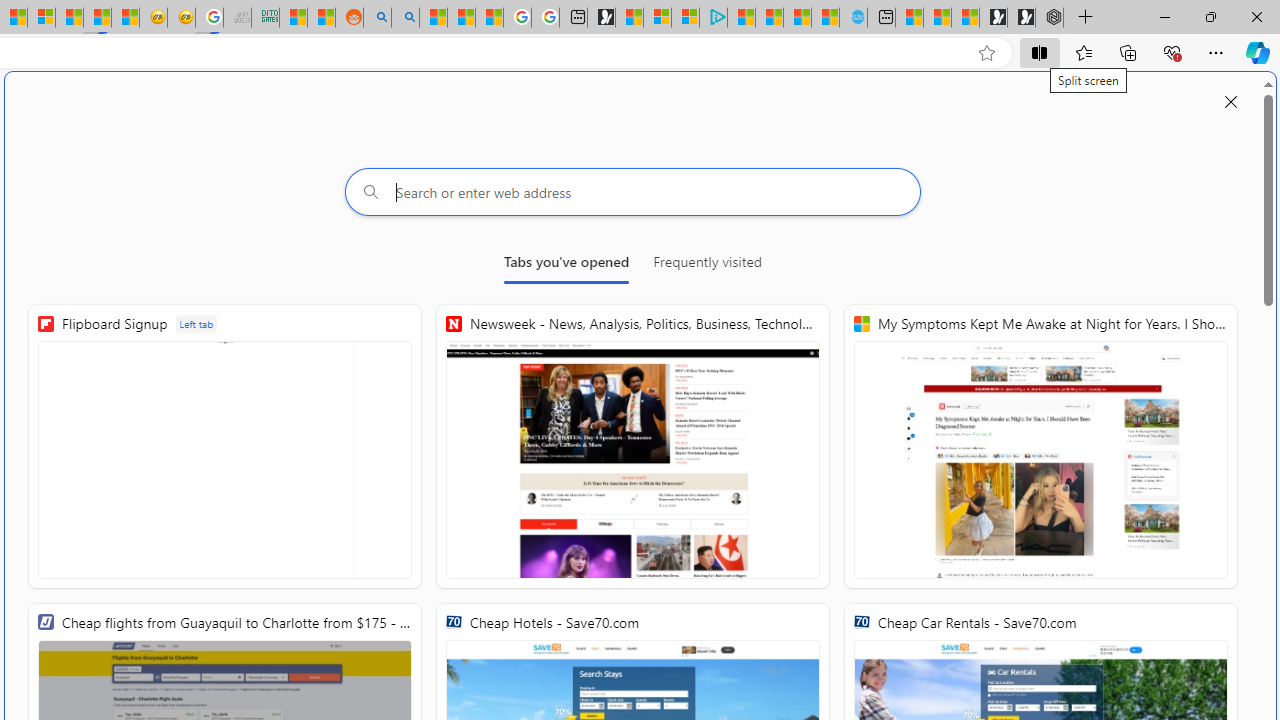 Image resolution: width=1280 pixels, height=720 pixels. Describe the element at coordinates (225, 445) in the screenshot. I see `'Flipboard Signup'` at that location.